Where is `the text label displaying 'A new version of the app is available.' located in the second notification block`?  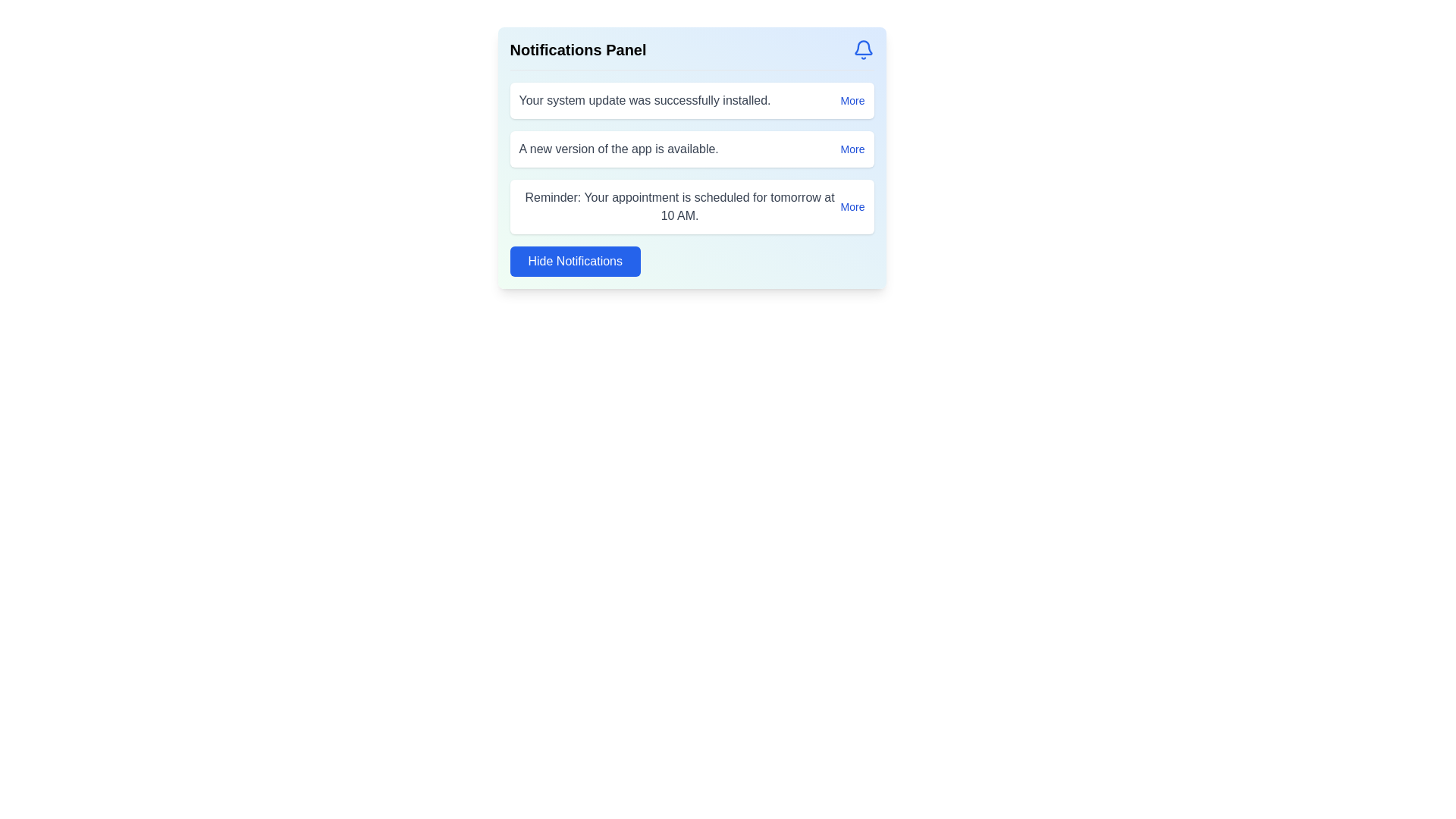 the text label displaying 'A new version of the app is available.' located in the second notification block is located at coordinates (619, 149).